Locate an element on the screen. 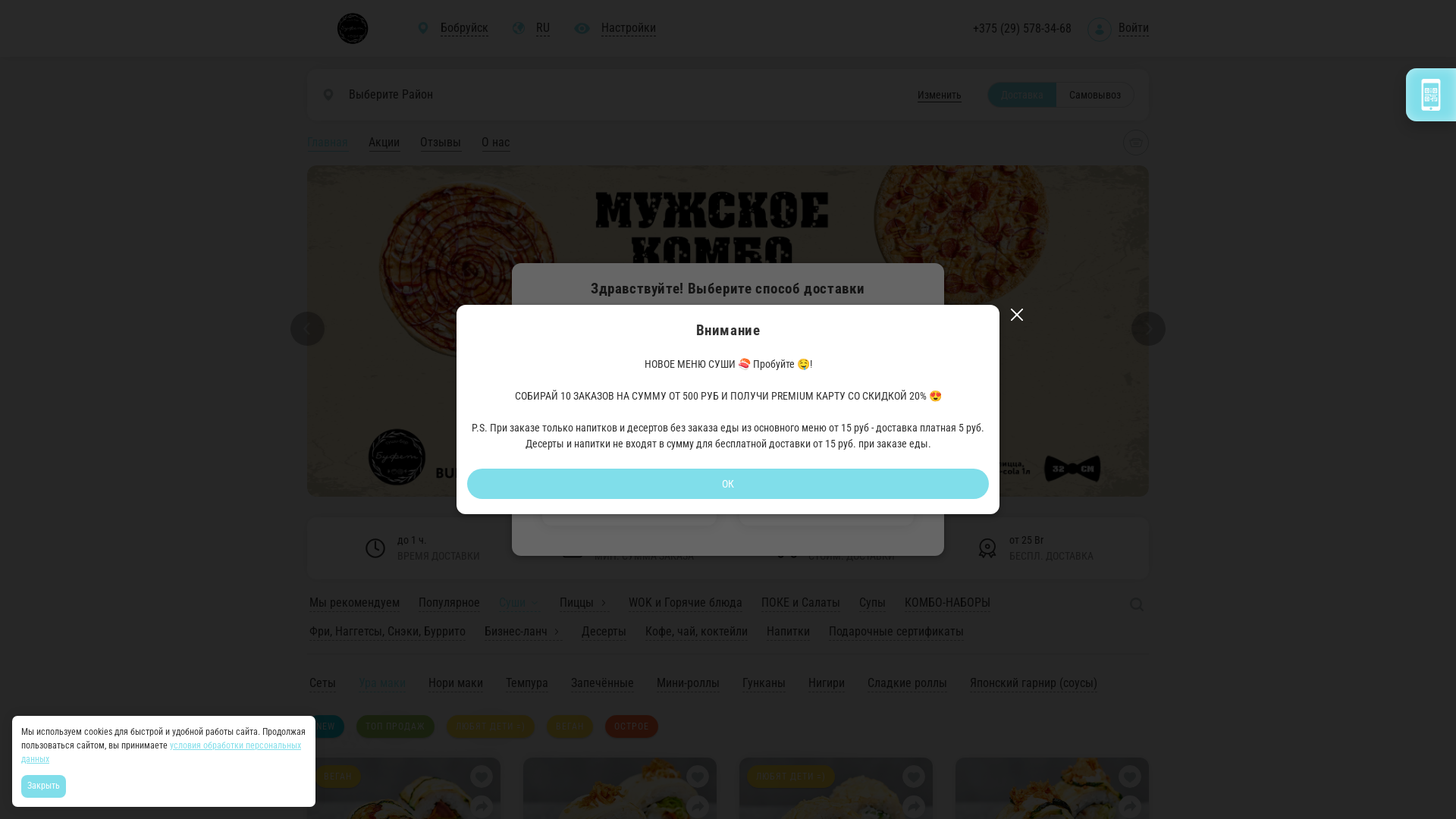  '+375 (29) 578-34-68' is located at coordinates (1022, 29).